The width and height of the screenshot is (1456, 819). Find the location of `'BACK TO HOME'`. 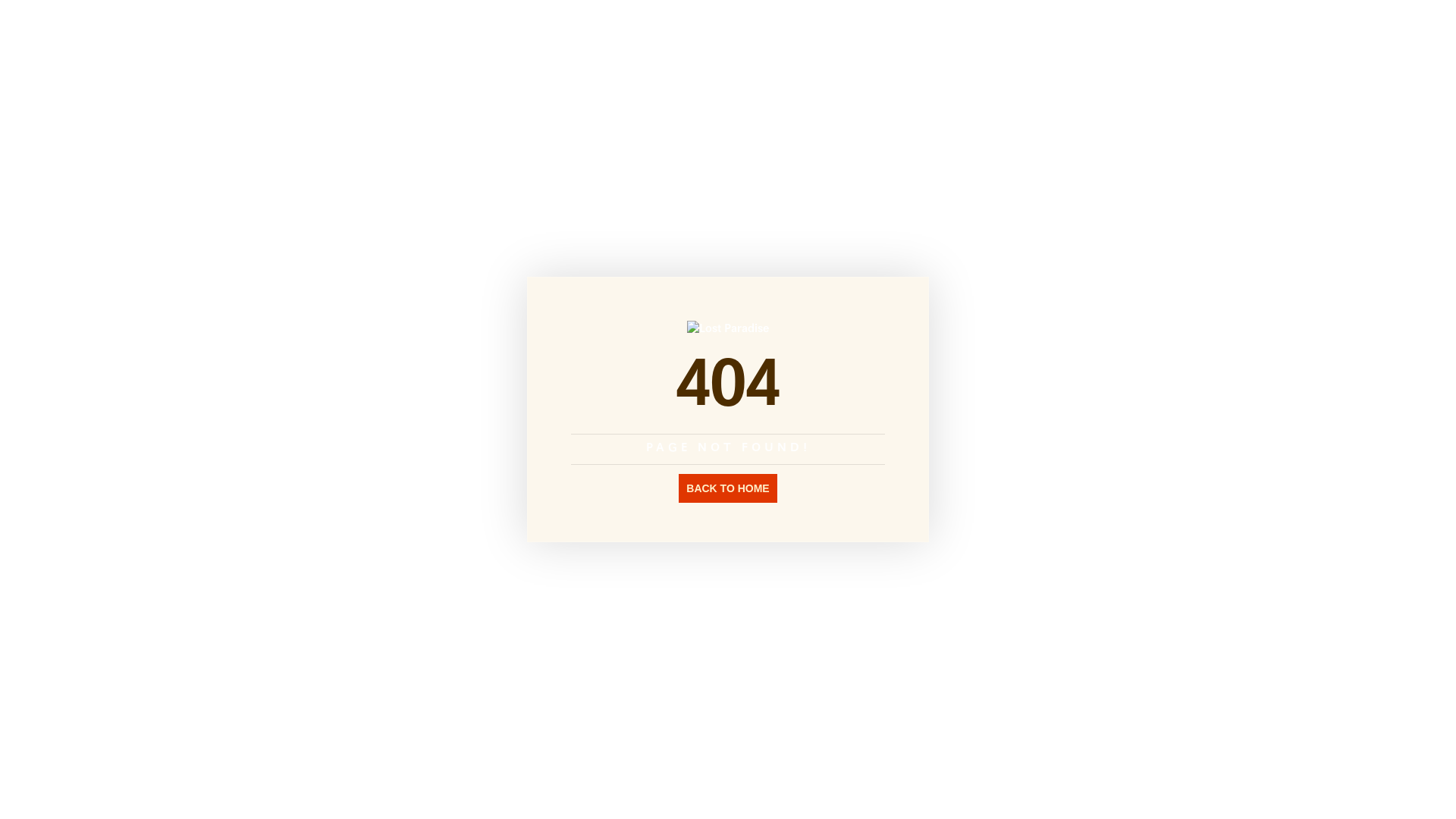

'BACK TO HOME' is located at coordinates (677, 488).